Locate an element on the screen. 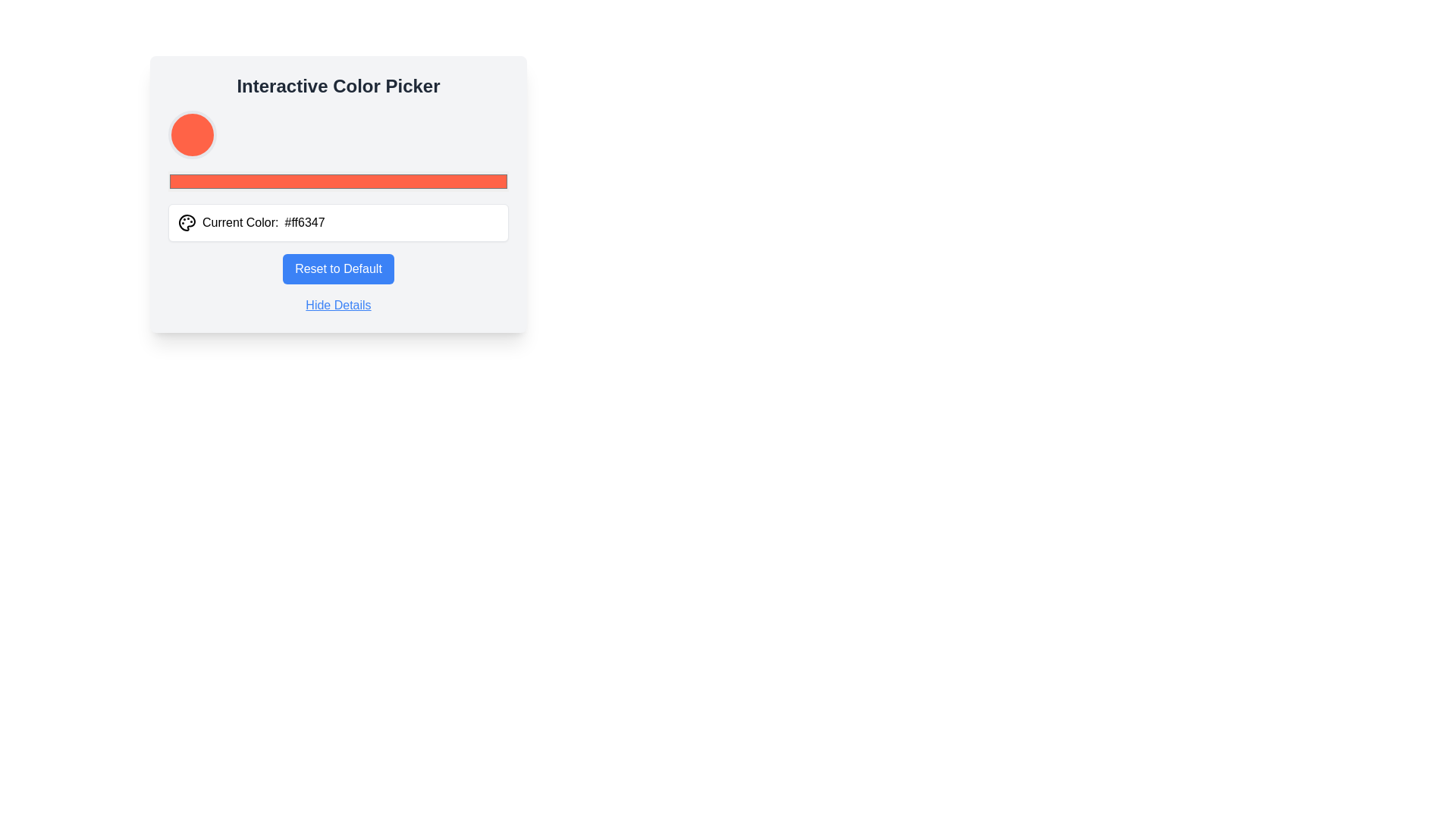 This screenshot has width=1456, height=819. the color selection icon that precedes the text 'Current Color: #ff6347' and is located above the 'Reset to Default' button is located at coordinates (186, 222).